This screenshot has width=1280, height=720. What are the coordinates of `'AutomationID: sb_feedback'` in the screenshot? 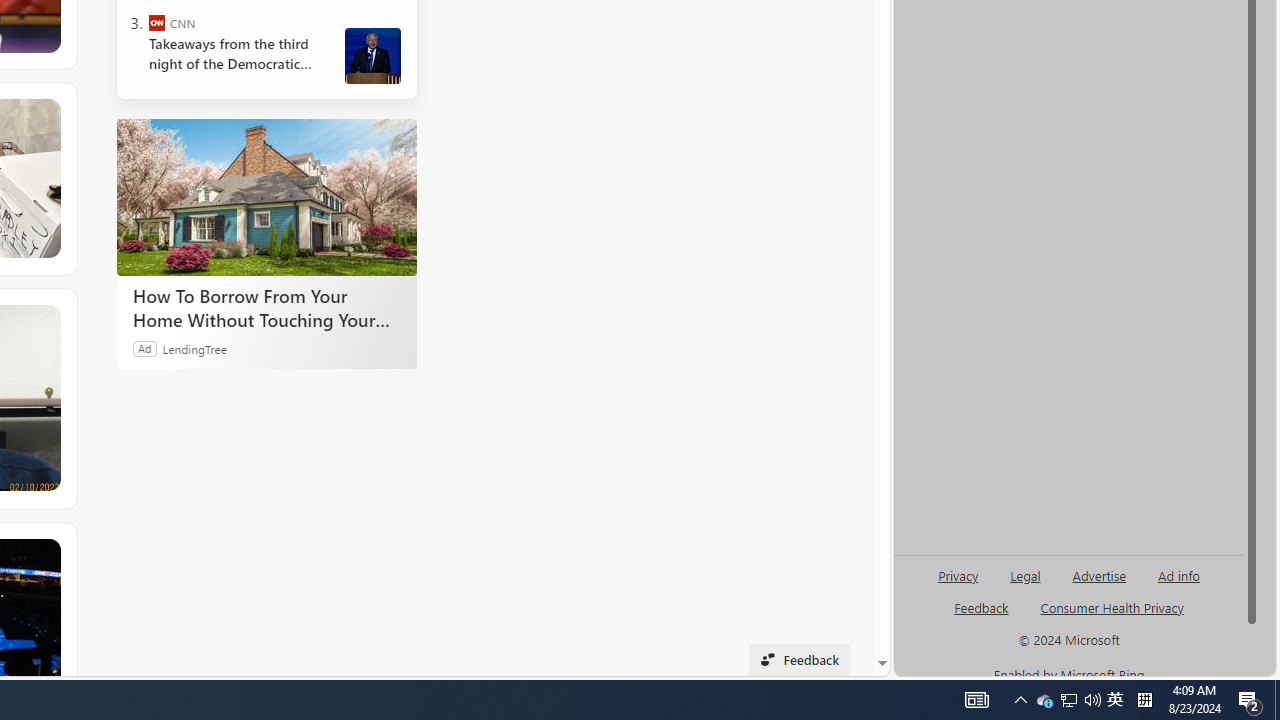 It's located at (981, 606).